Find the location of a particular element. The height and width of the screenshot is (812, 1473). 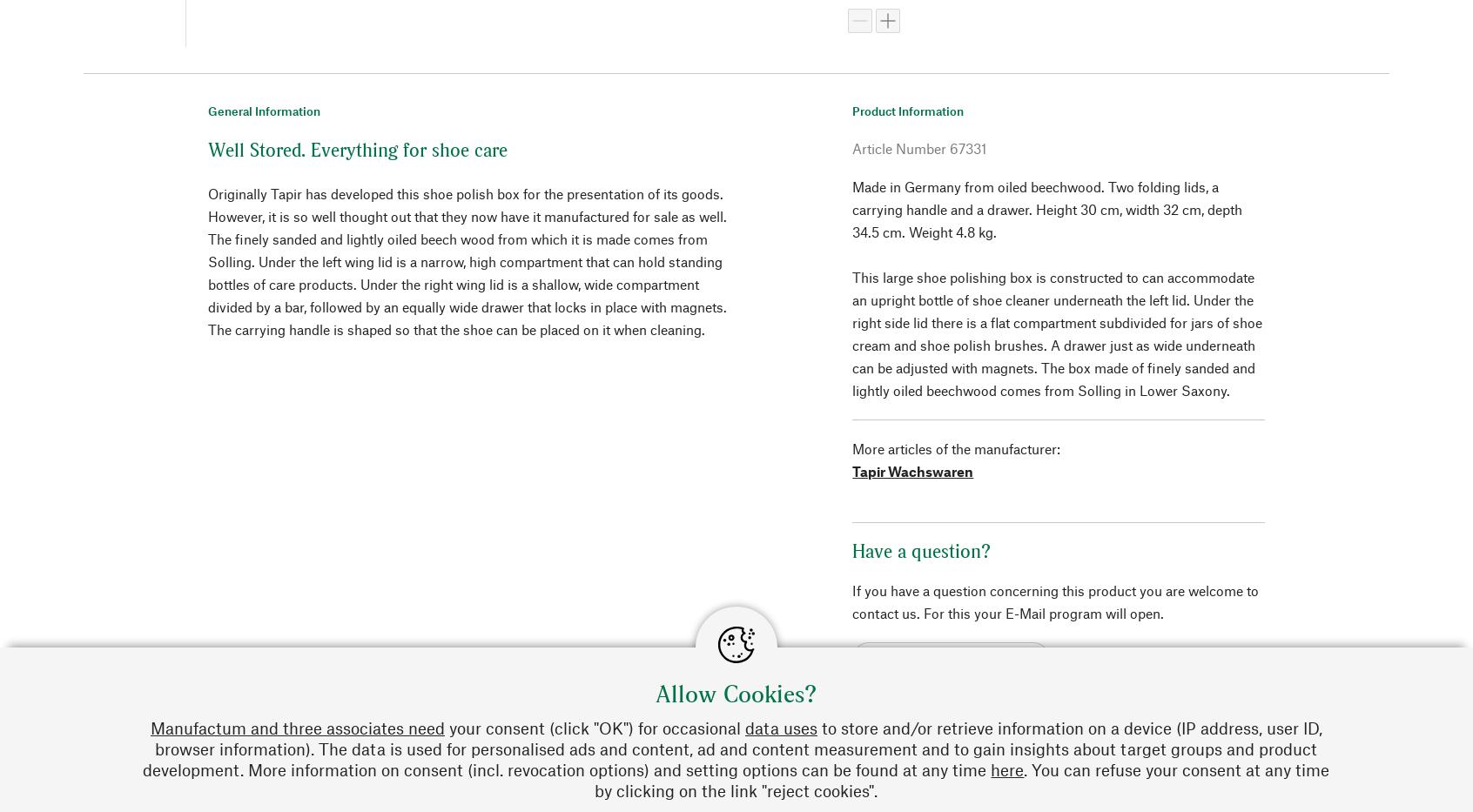

'If you have a question concerning this product you are welcome to contact us. For this your E-Mail program will open.' is located at coordinates (1055, 601).